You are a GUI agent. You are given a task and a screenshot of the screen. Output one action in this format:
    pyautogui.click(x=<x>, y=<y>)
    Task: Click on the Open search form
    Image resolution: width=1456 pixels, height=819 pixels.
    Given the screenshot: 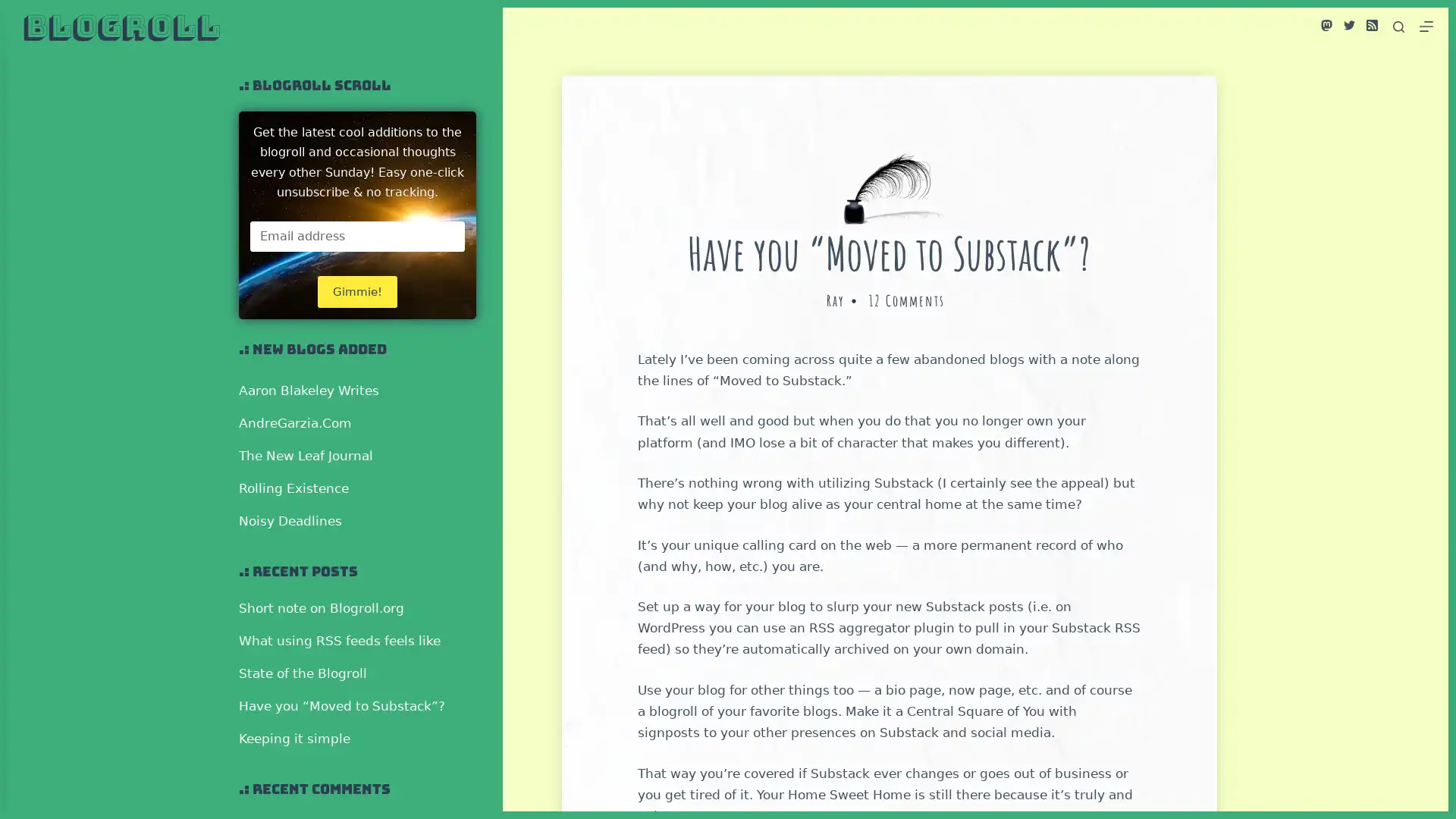 What is the action you would take?
    pyautogui.click(x=1398, y=26)
    